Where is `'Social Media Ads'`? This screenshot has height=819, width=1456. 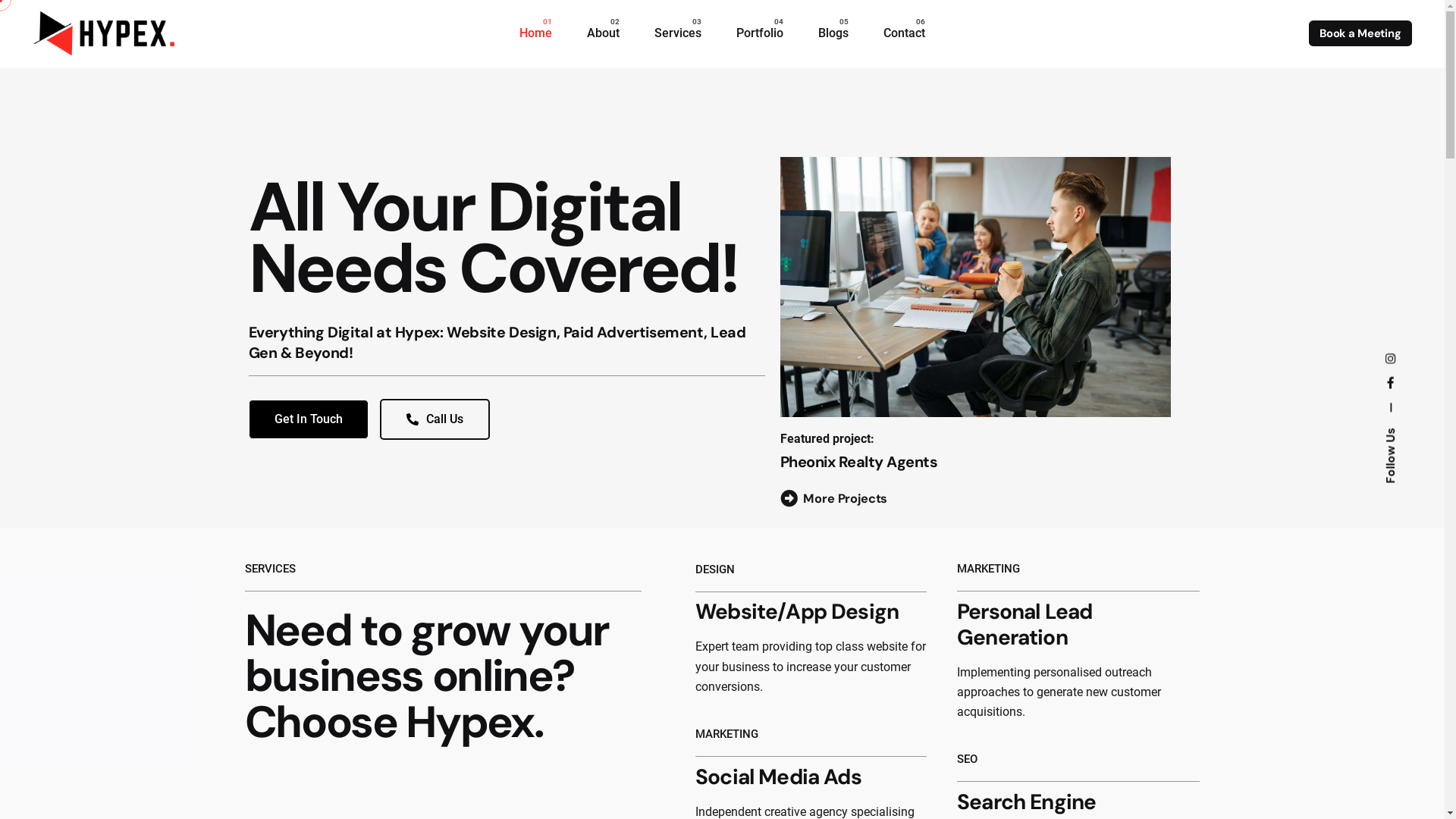
'Social Media Ads' is located at coordinates (778, 777).